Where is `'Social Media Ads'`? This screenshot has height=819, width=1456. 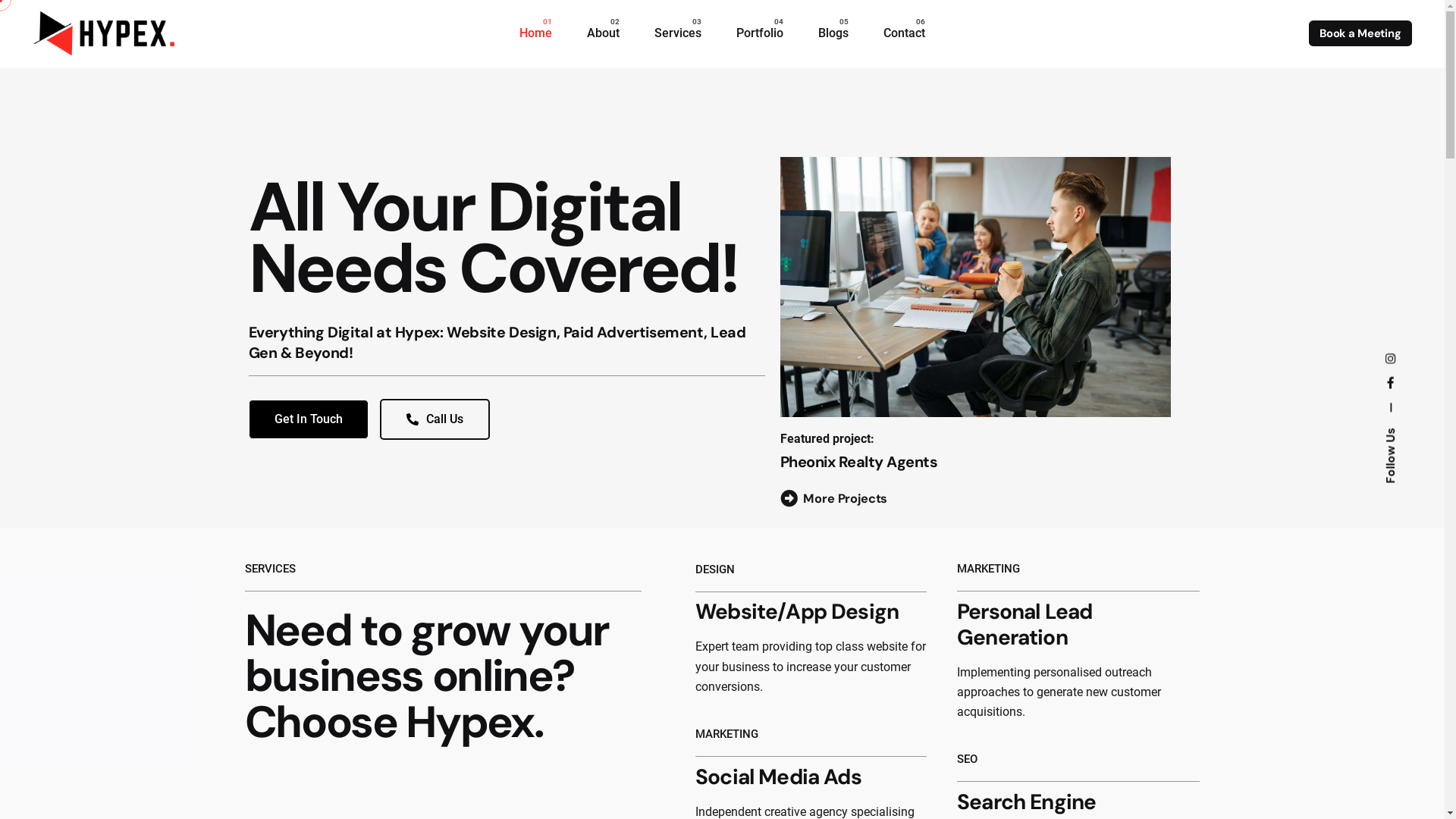
'Social Media Ads' is located at coordinates (778, 777).